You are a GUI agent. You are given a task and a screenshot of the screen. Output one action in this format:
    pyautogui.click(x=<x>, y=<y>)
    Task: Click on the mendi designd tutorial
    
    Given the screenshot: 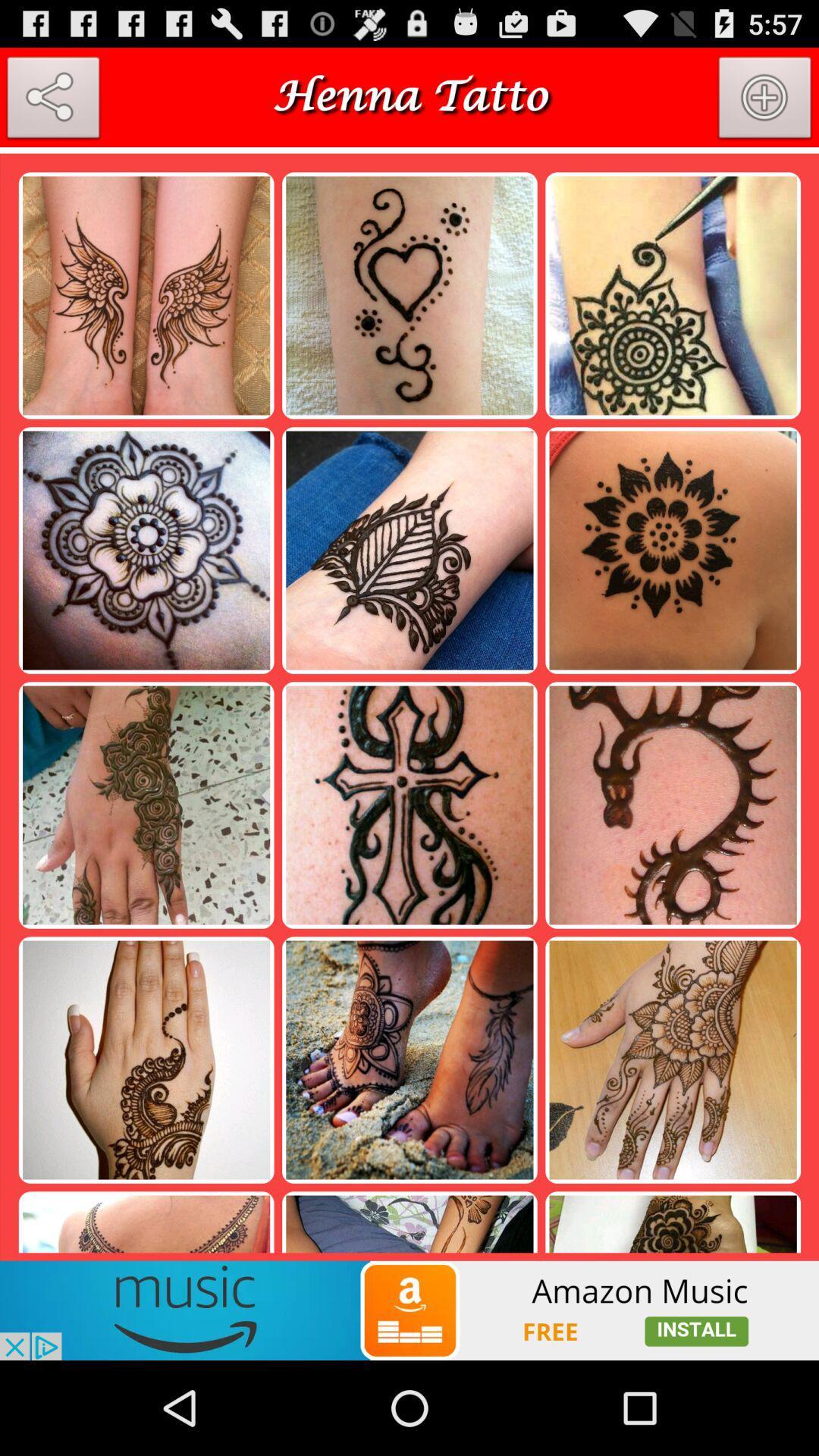 What is the action you would take?
    pyautogui.click(x=52, y=100)
    